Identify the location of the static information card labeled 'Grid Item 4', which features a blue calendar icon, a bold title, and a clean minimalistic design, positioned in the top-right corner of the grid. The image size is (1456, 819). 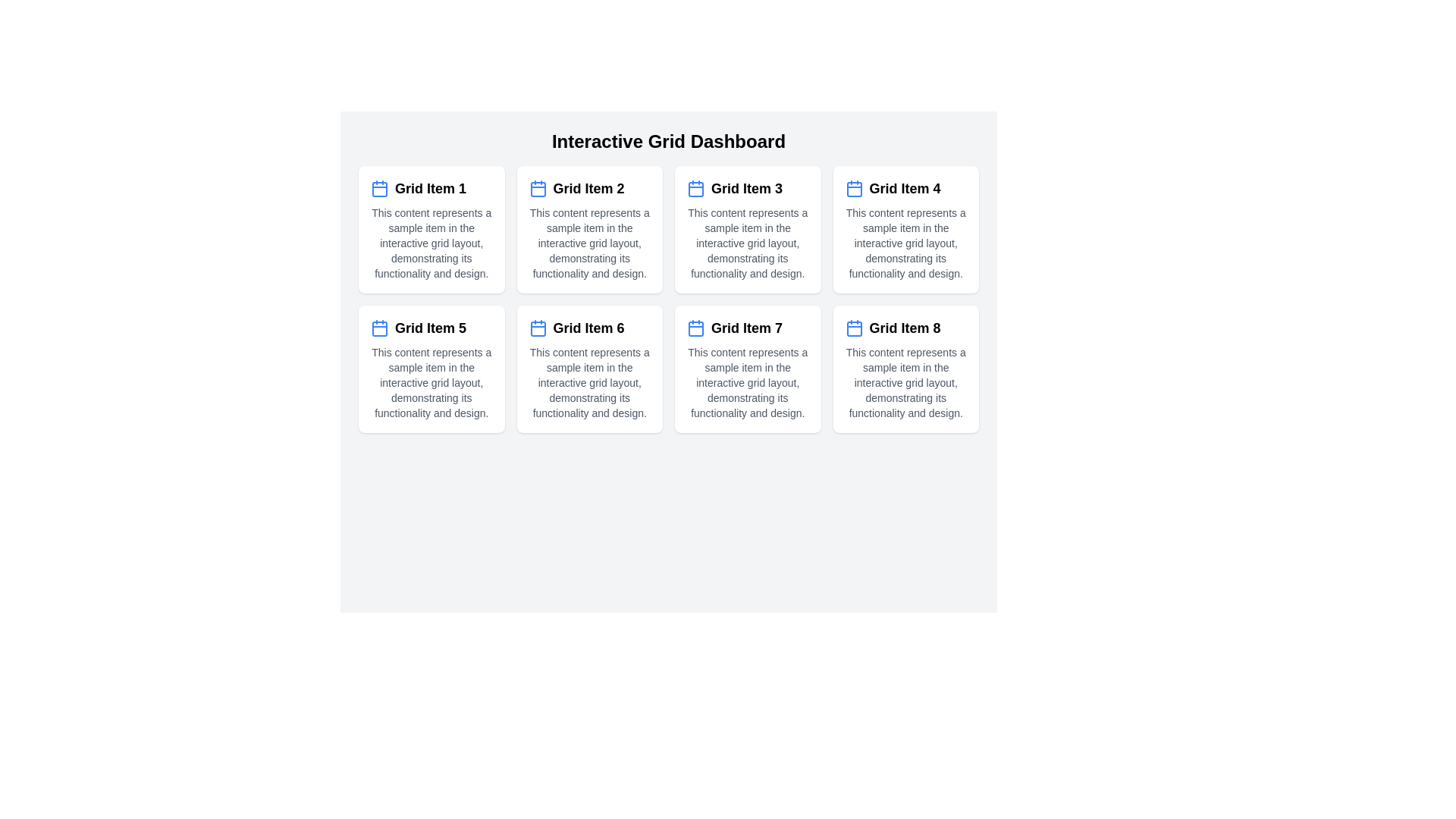
(905, 230).